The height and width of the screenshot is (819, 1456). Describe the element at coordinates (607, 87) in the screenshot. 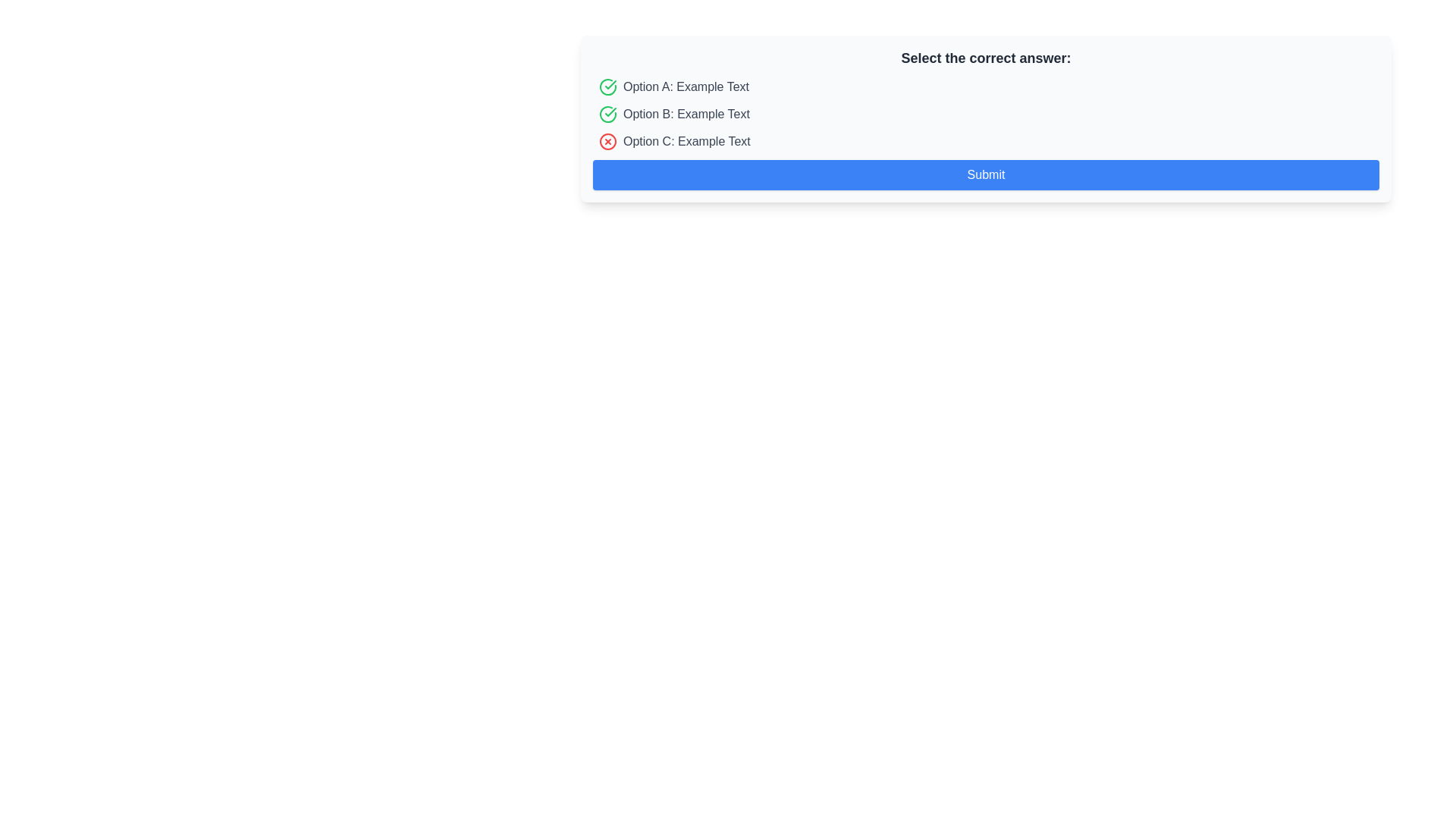

I see `the green circular icon with a white checkmark symbol, which is located to the left of the text 'Option A: Example Text'` at that location.